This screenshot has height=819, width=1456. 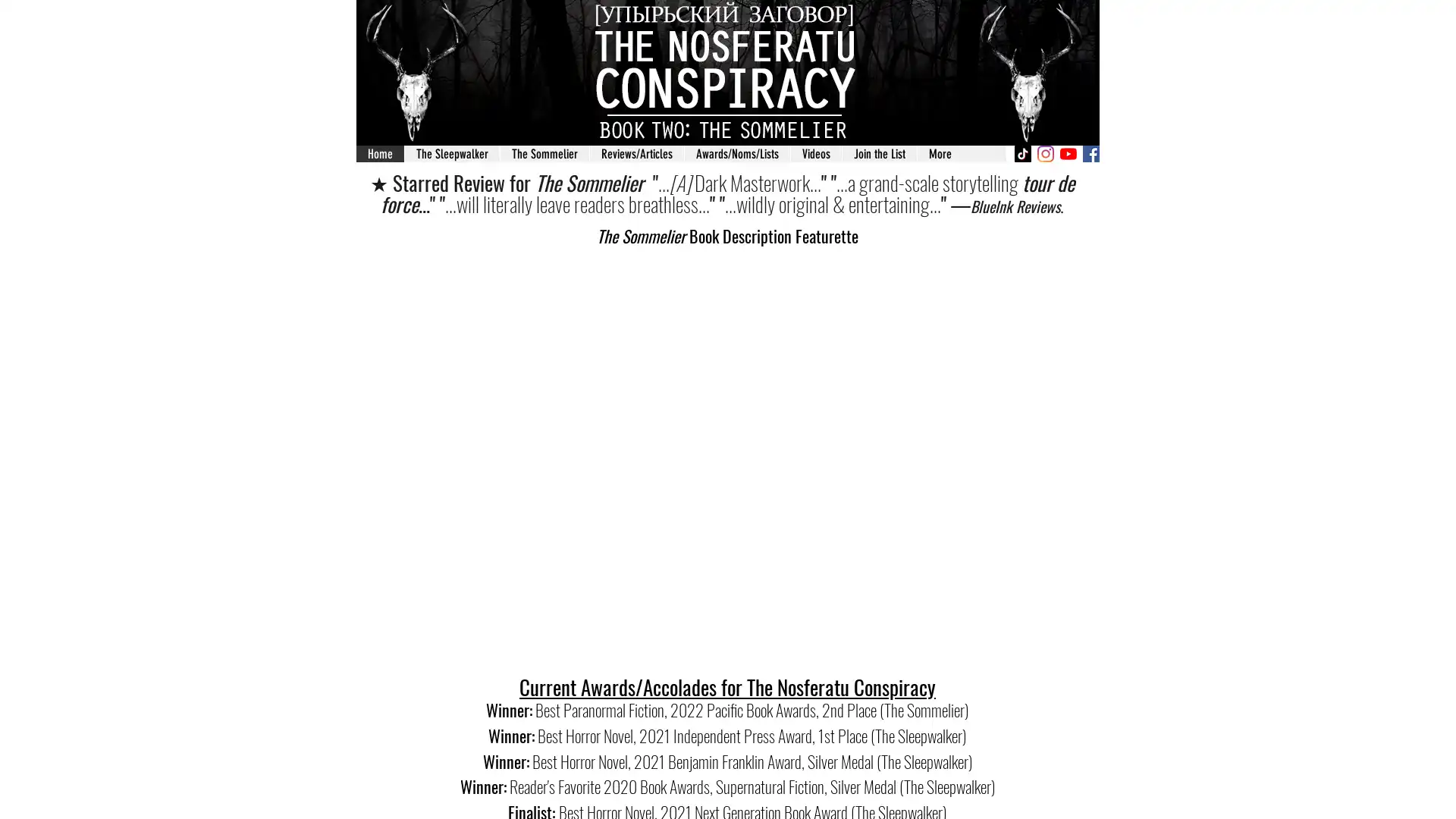 I want to click on Yes, Subscribe Now!, so click(x=726, y=500).